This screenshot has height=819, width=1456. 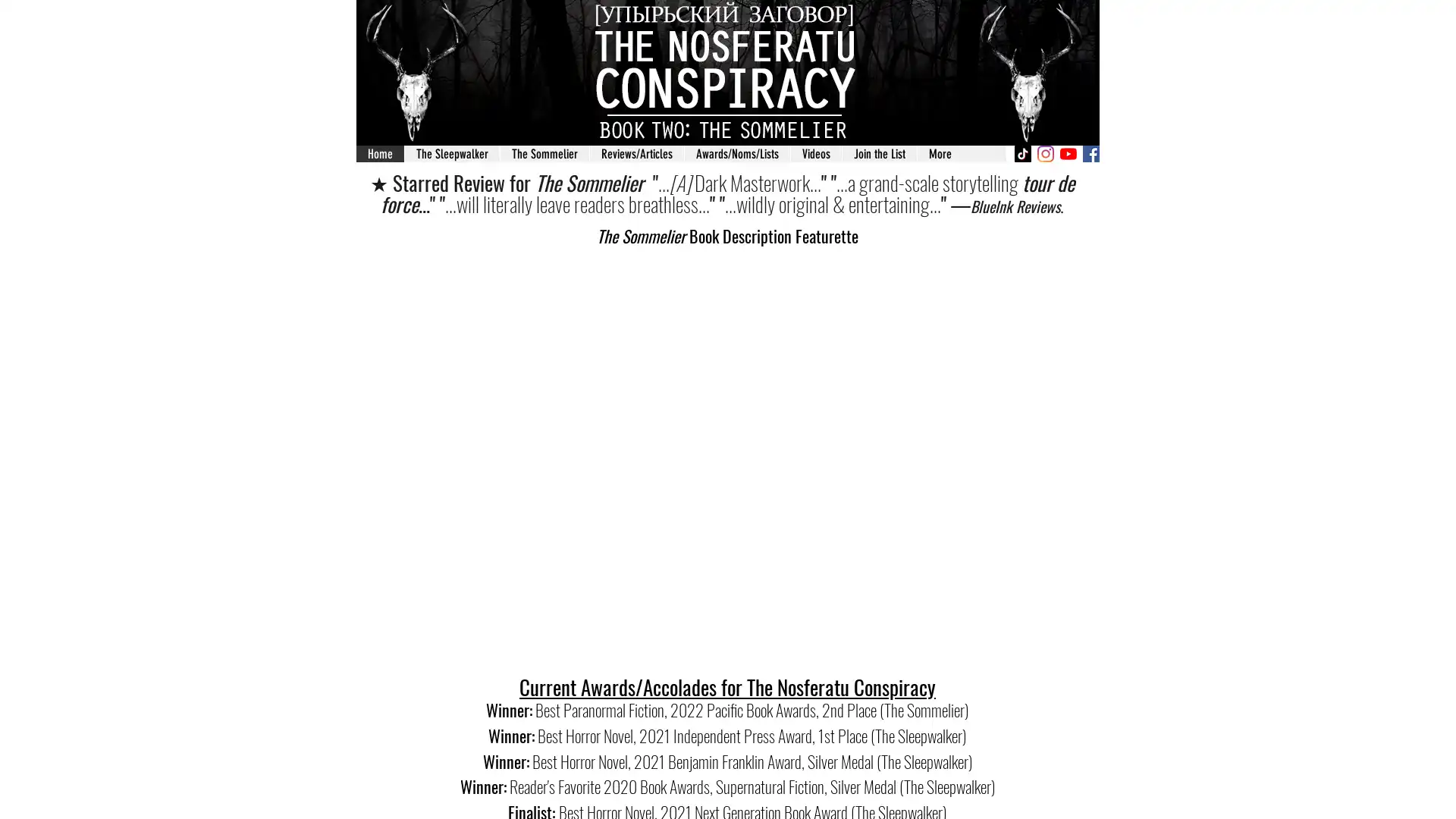 I want to click on Yes, Subscribe Now!, so click(x=726, y=500).